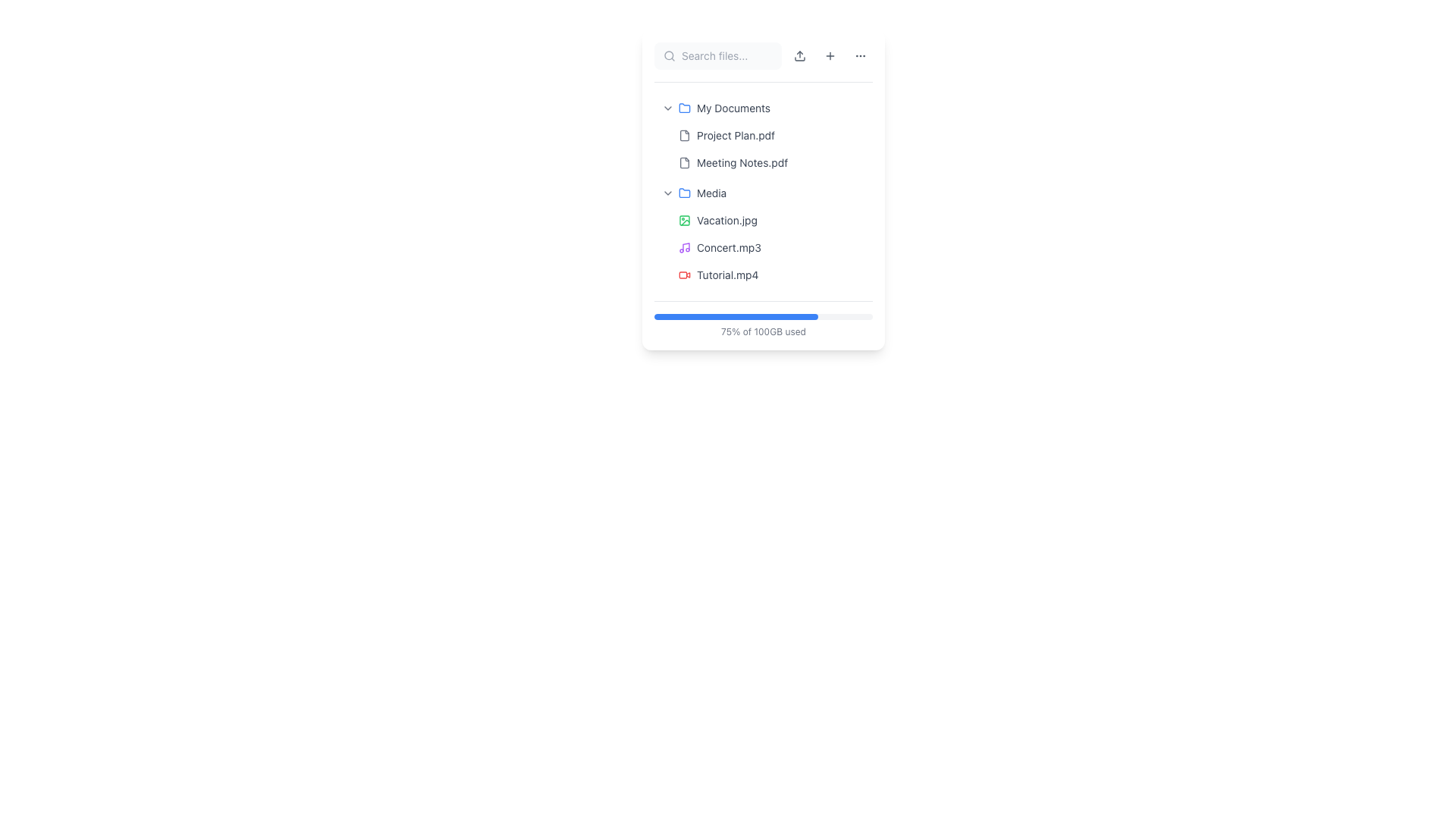 Image resolution: width=1456 pixels, height=819 pixels. What do you see at coordinates (772, 163) in the screenshot?
I see `the 'Meeting Notes.pdf' file list item` at bounding box center [772, 163].